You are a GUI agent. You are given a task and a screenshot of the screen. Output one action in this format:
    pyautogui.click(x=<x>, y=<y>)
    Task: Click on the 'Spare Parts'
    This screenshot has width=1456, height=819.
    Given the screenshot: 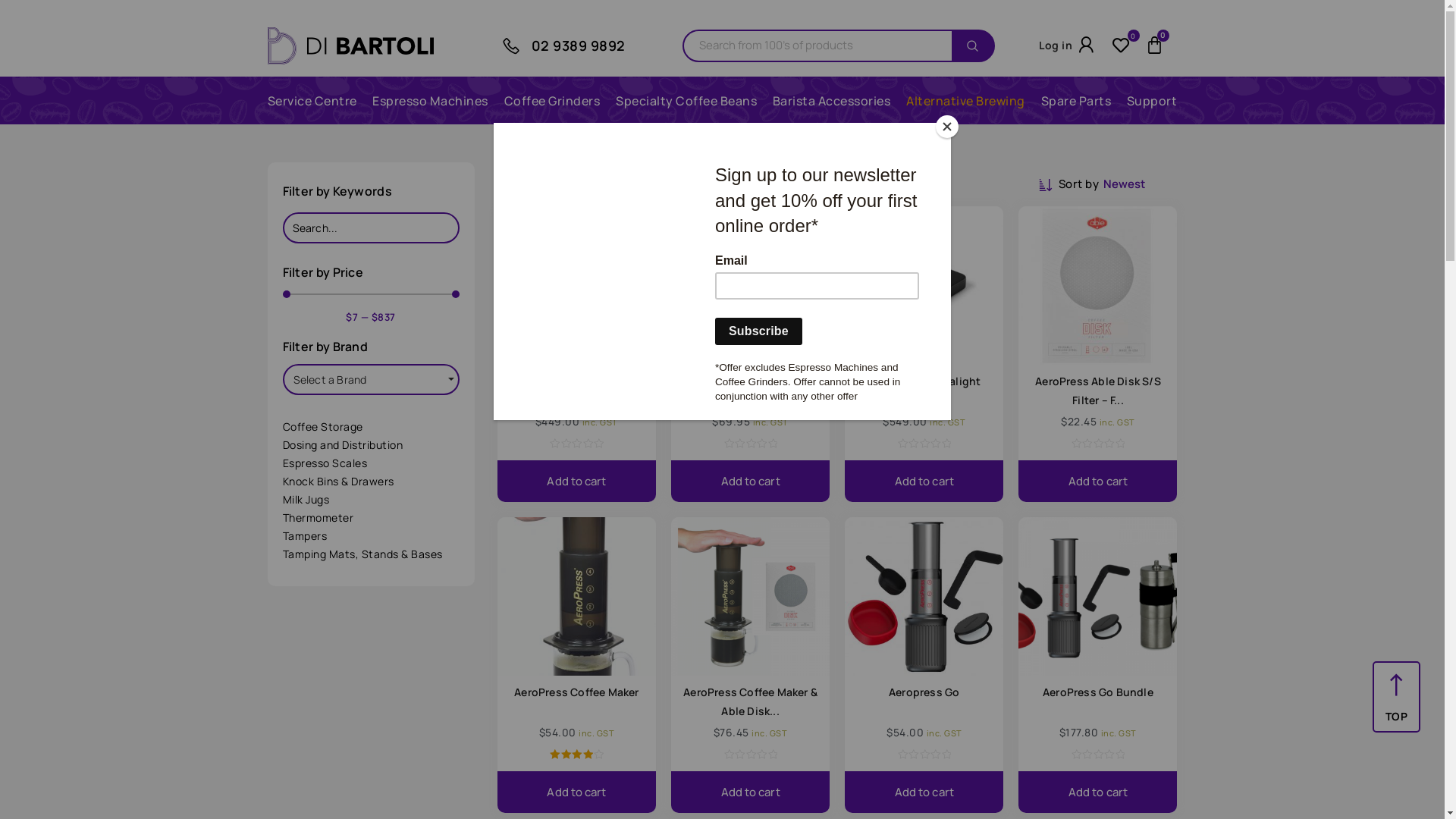 What is the action you would take?
    pyautogui.click(x=1075, y=100)
    